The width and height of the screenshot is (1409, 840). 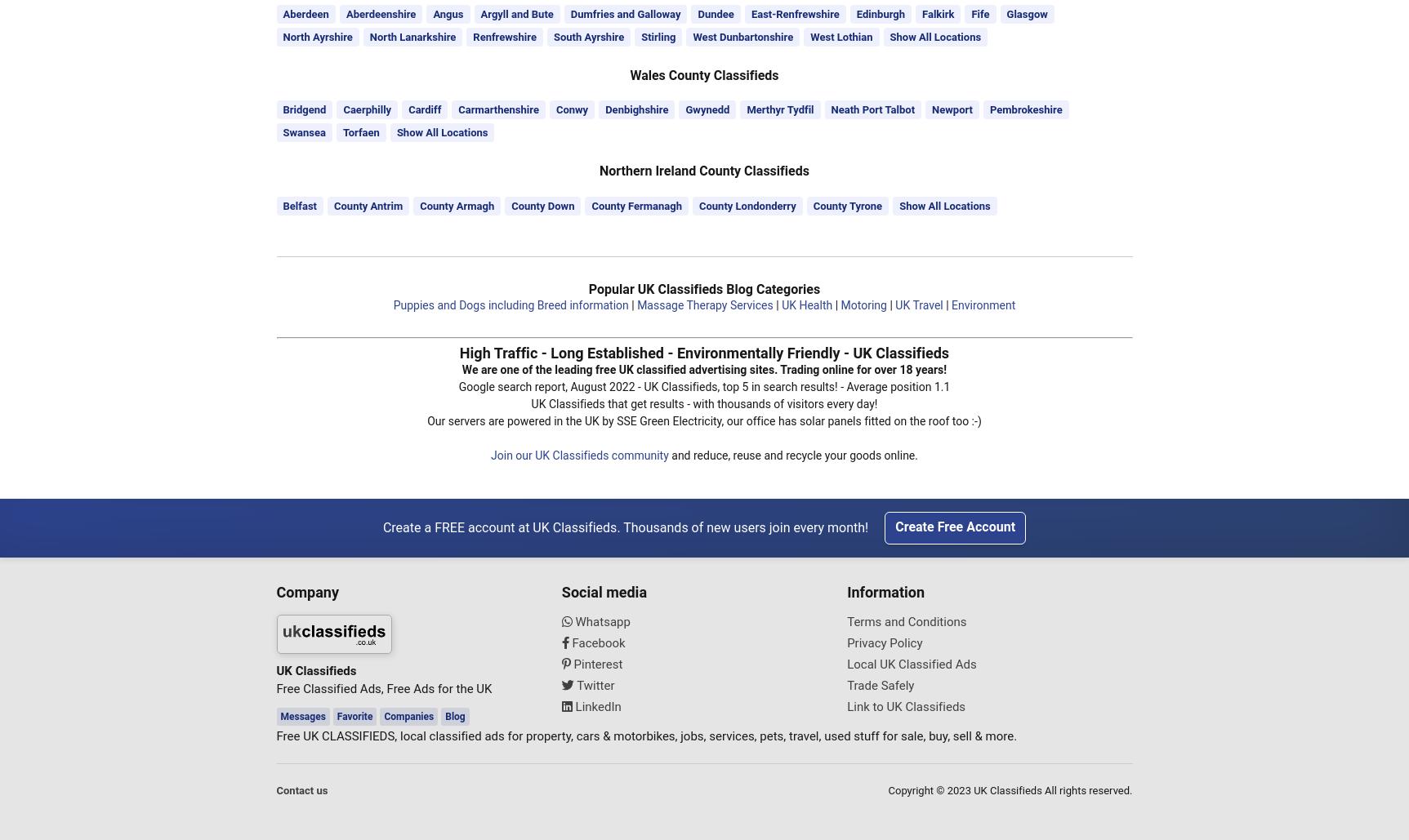 What do you see at coordinates (970, 12) in the screenshot?
I see `'Fife'` at bounding box center [970, 12].